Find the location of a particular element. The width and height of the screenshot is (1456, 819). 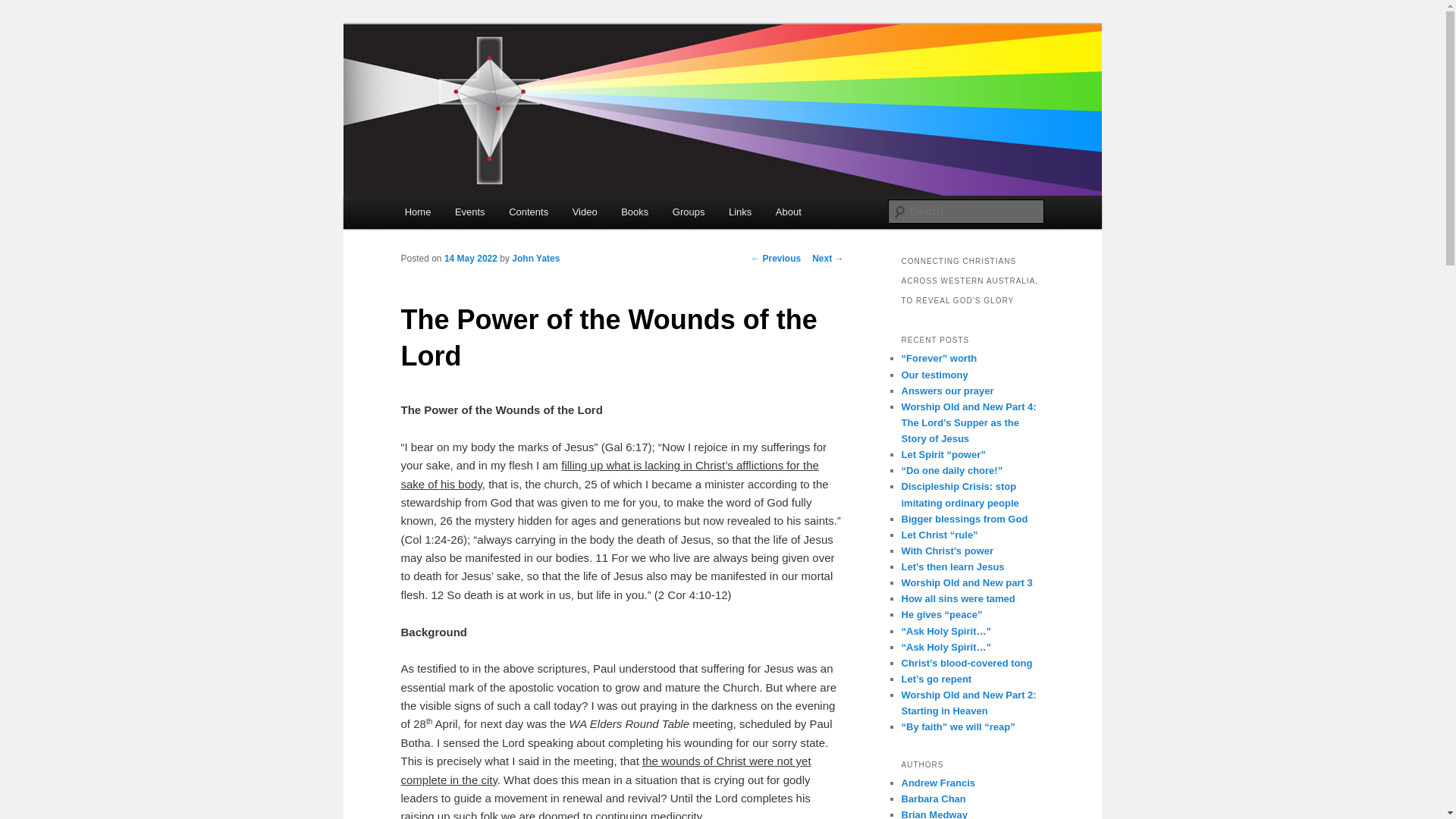

'Discipleship Crisis: stop imitating ordinary people' is located at coordinates (959, 494).